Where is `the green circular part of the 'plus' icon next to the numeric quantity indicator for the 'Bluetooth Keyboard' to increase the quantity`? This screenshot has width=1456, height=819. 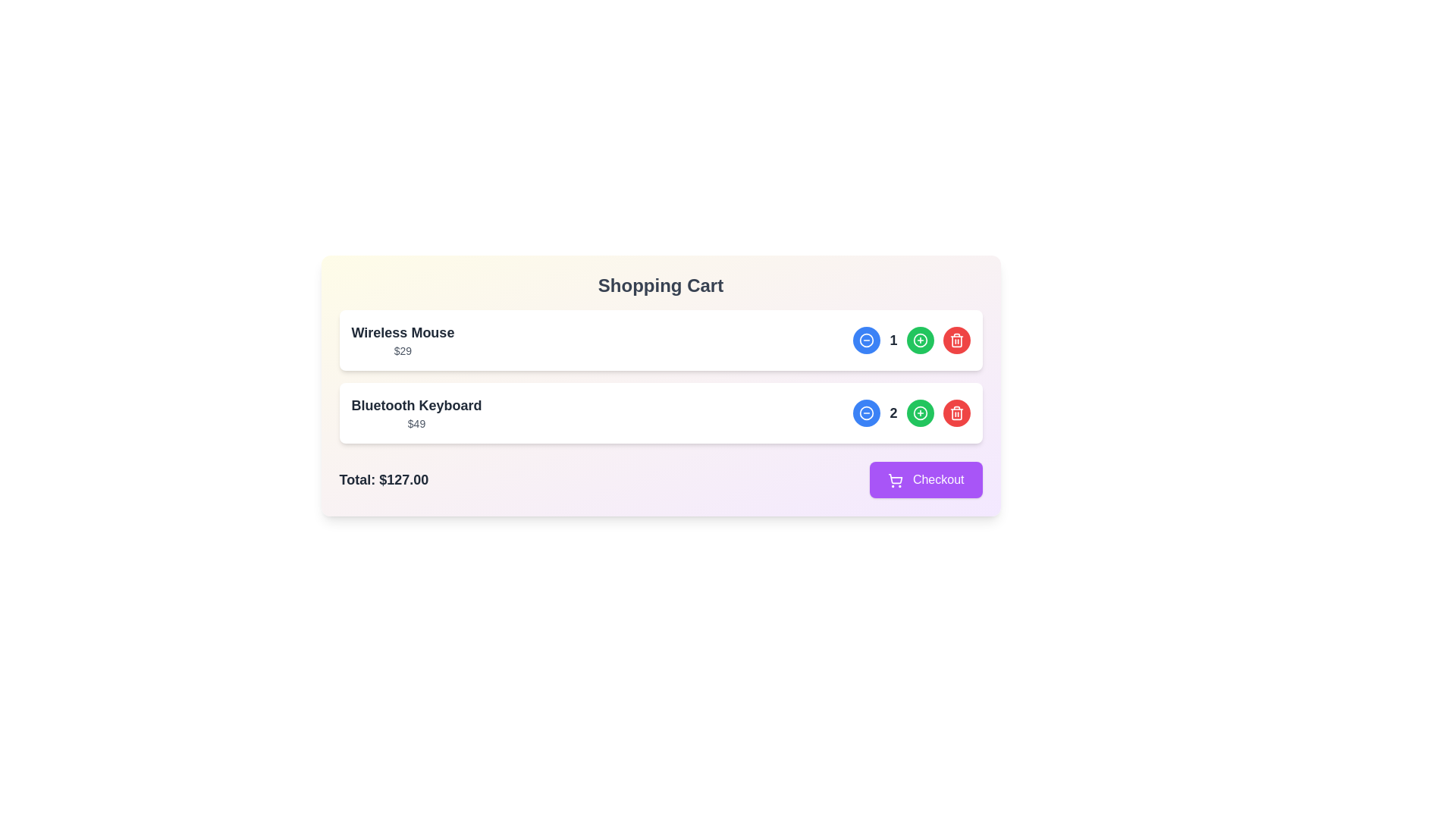 the green circular part of the 'plus' icon next to the numeric quantity indicator for the 'Bluetooth Keyboard' to increase the quantity is located at coordinates (919, 413).